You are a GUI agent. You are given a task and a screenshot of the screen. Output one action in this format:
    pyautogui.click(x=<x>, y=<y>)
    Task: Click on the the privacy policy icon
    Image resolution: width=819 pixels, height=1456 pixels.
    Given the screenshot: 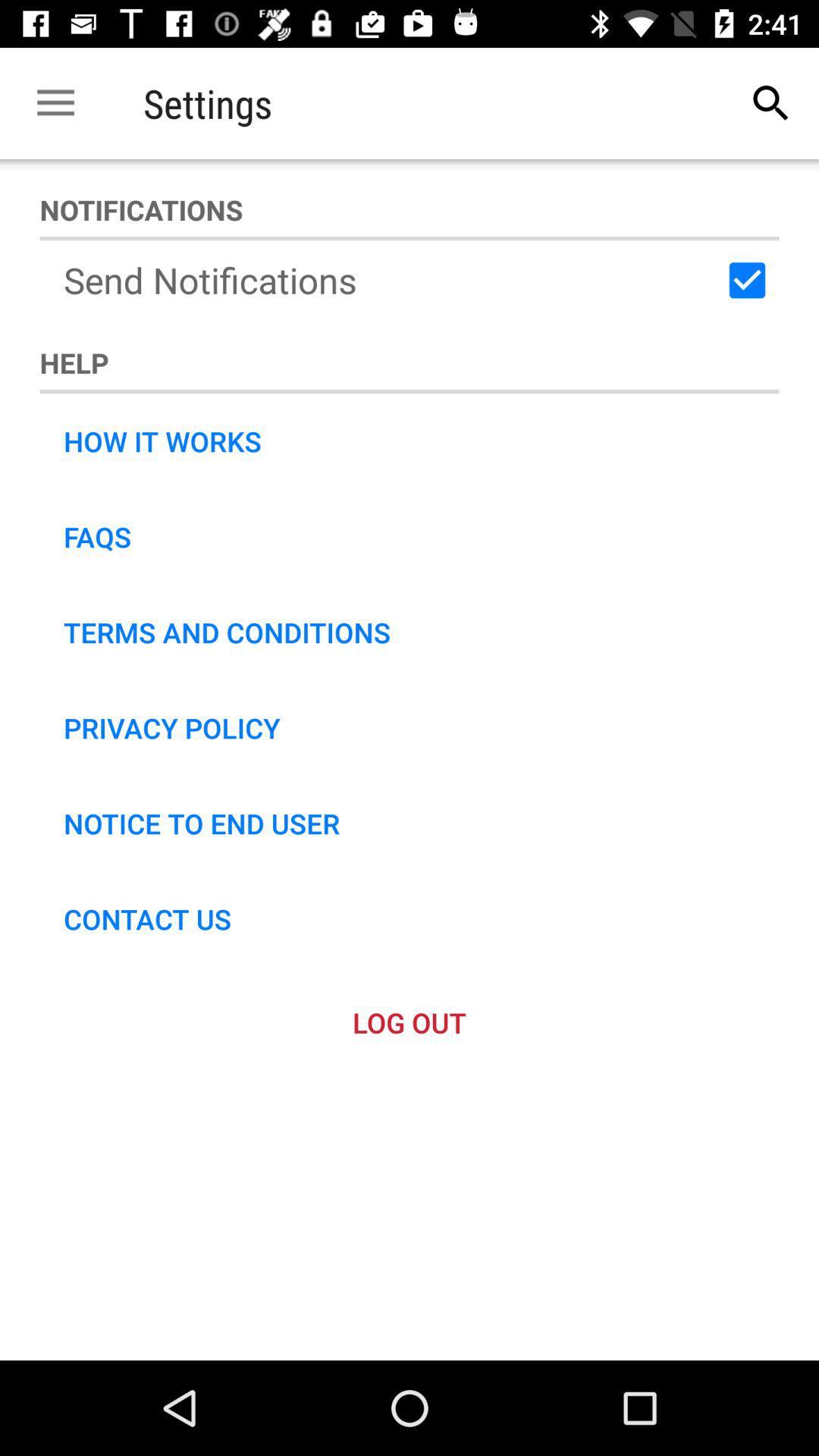 What is the action you would take?
    pyautogui.click(x=171, y=728)
    